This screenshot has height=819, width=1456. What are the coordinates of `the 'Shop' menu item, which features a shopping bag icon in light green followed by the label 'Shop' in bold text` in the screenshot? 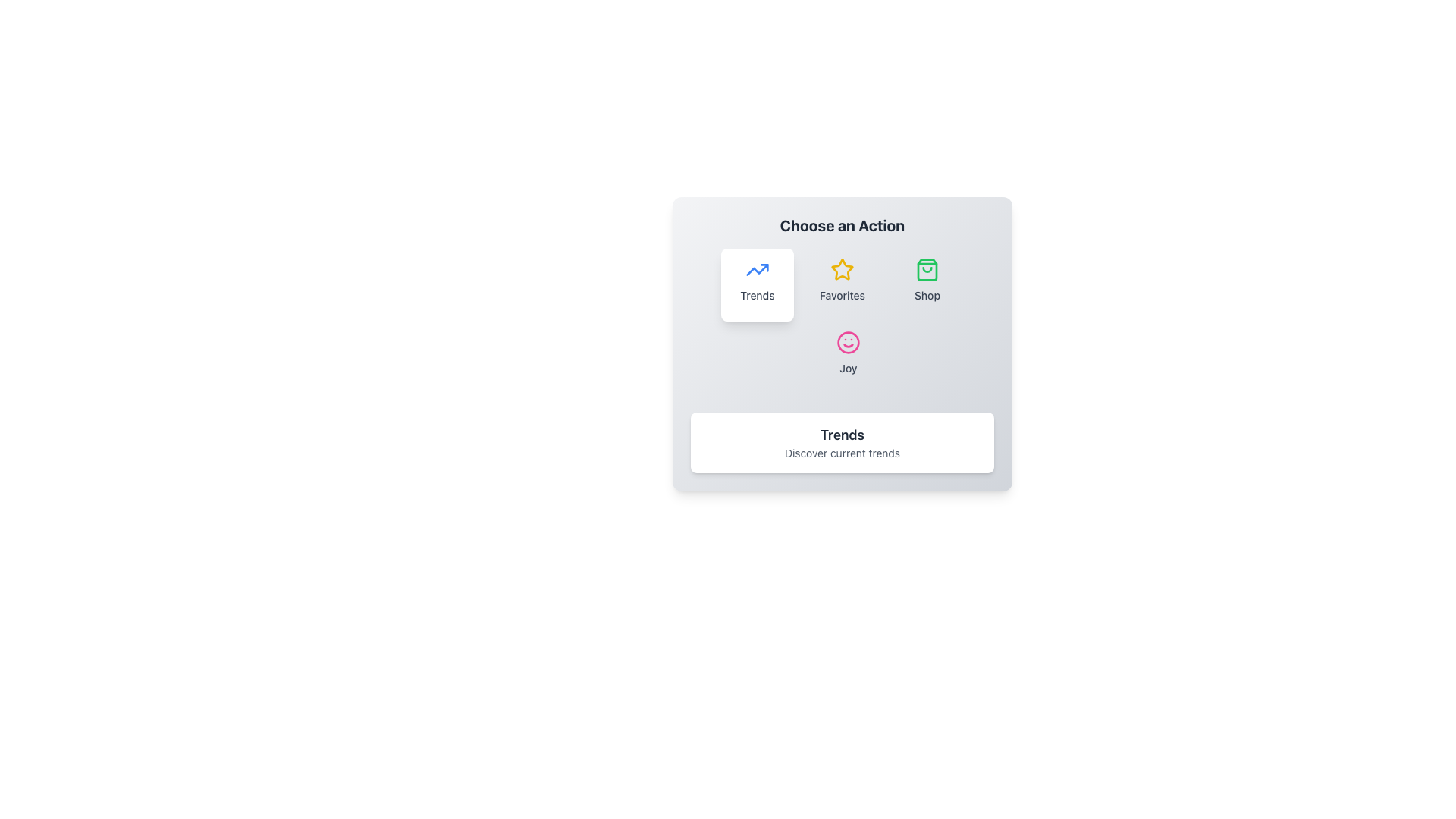 It's located at (927, 284).